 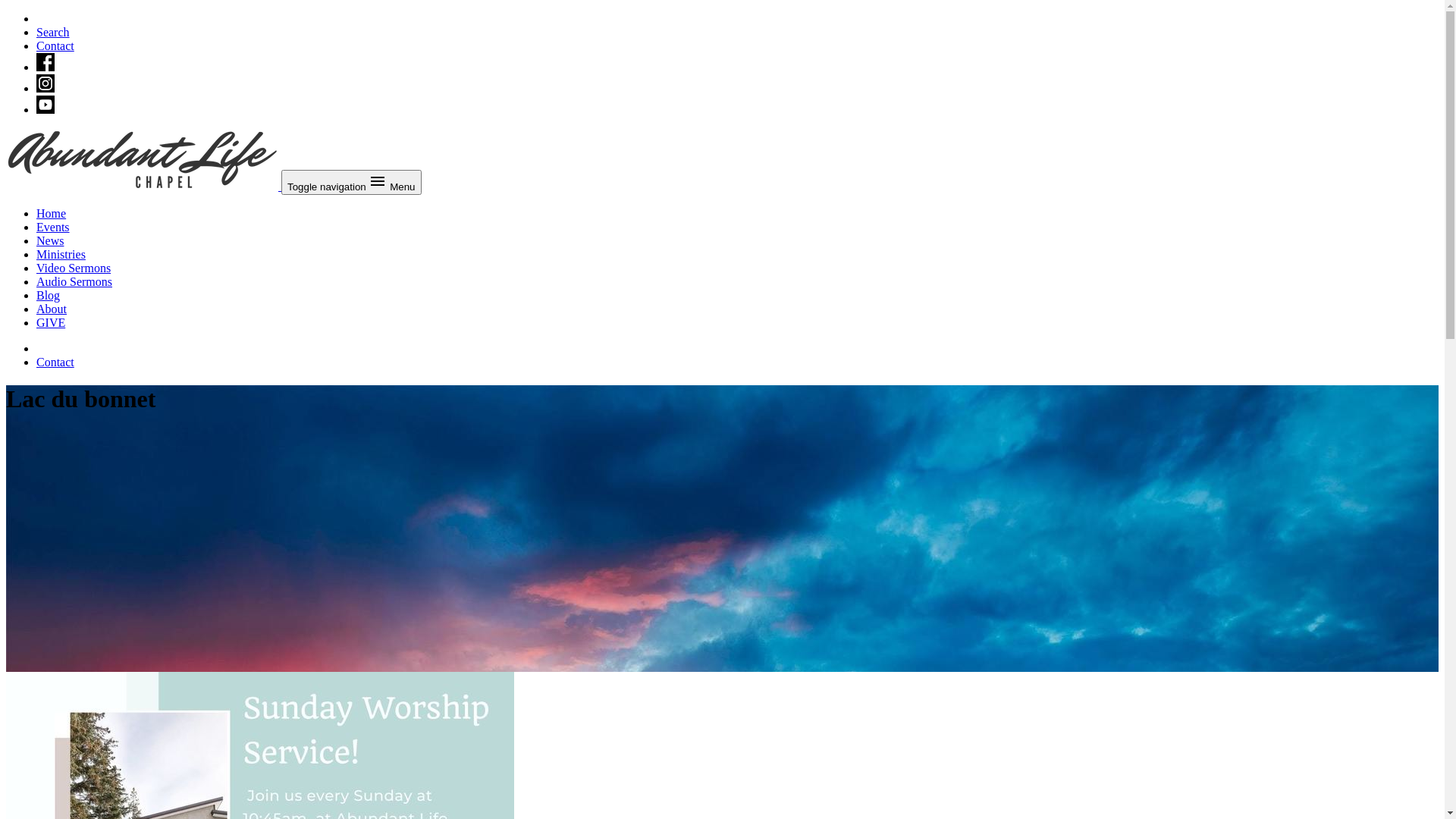 What do you see at coordinates (61, 253) in the screenshot?
I see `'Ministries'` at bounding box center [61, 253].